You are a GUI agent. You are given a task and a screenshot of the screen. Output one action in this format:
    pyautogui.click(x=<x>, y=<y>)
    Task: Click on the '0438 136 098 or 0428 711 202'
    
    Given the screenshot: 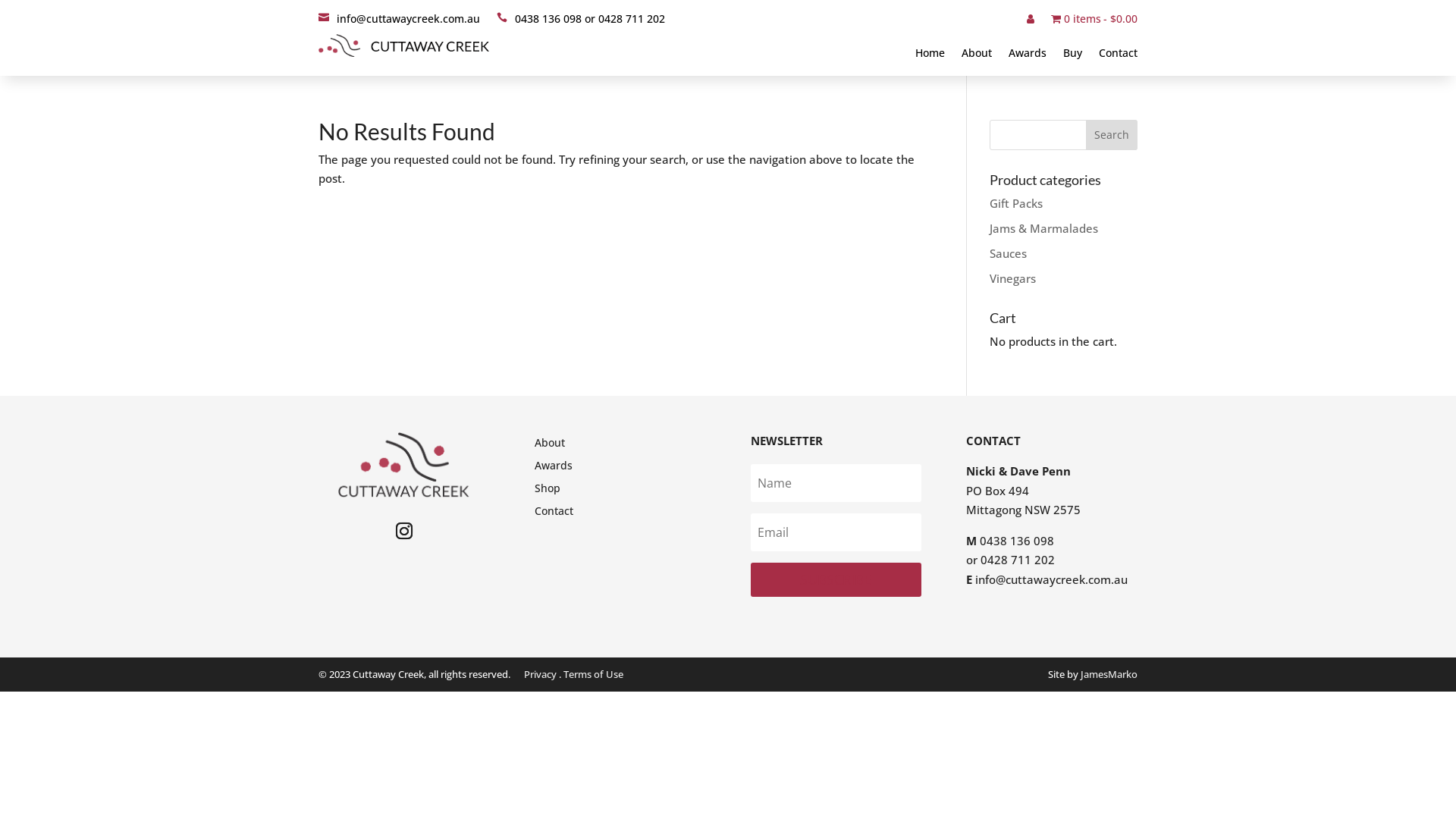 What is the action you would take?
    pyautogui.click(x=580, y=22)
    